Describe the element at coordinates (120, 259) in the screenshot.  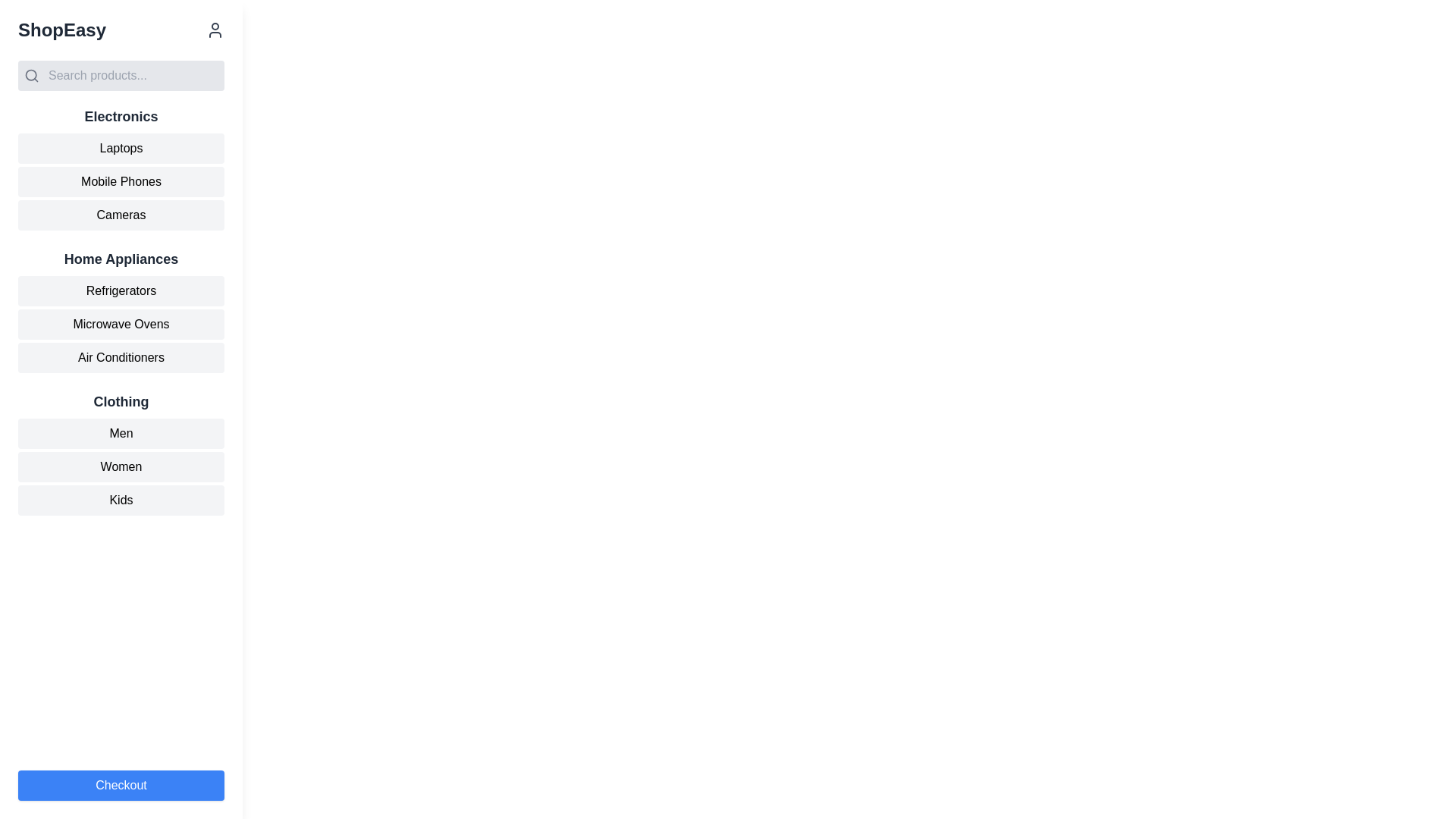
I see `the 'Home Appliances' category heading, which is styled with a larger bold font and dark gray color, located in the sidebar navigation menu beneath the 'Electronics' section` at that location.